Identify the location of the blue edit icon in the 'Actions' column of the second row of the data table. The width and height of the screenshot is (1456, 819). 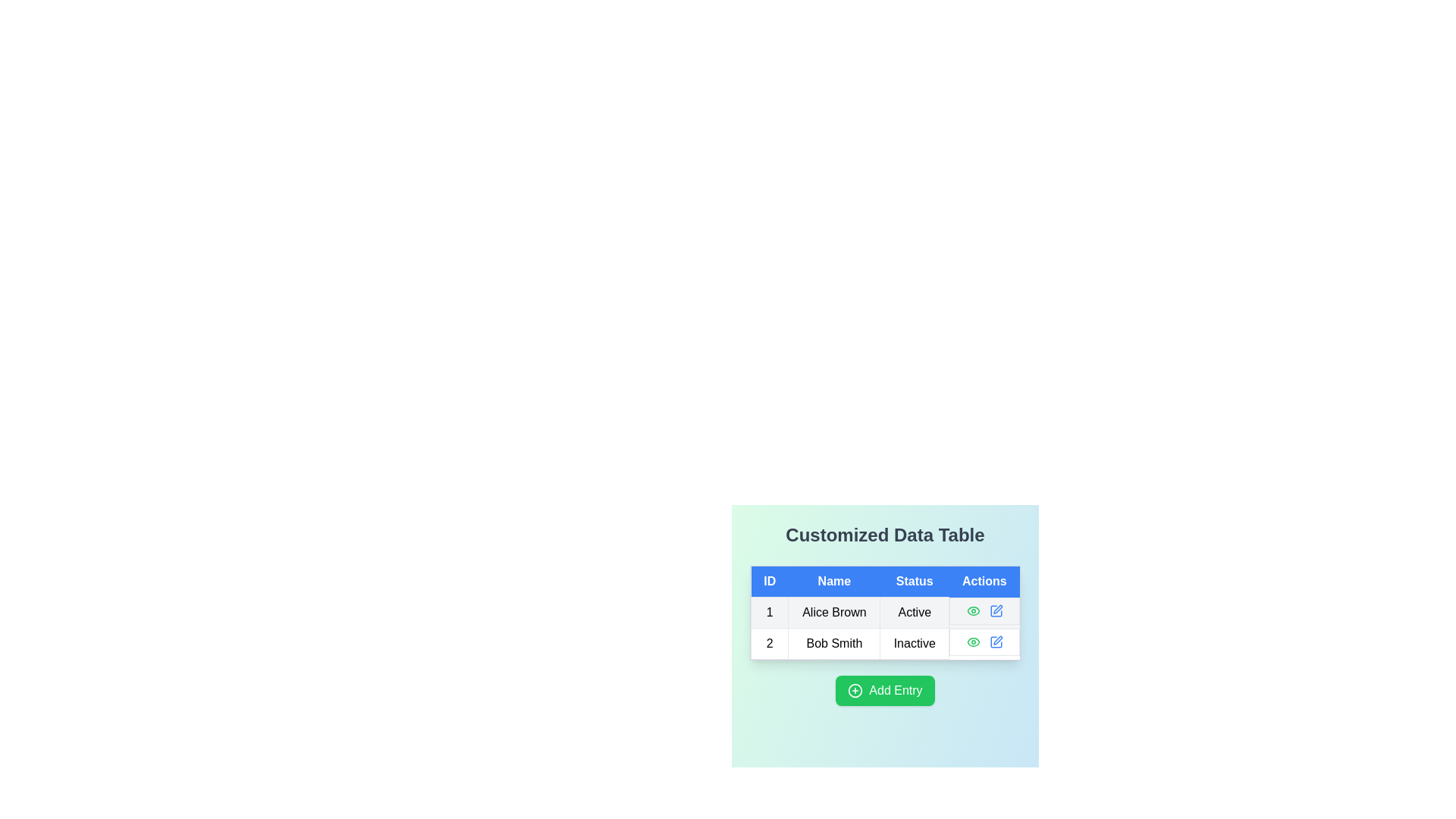
(997, 640).